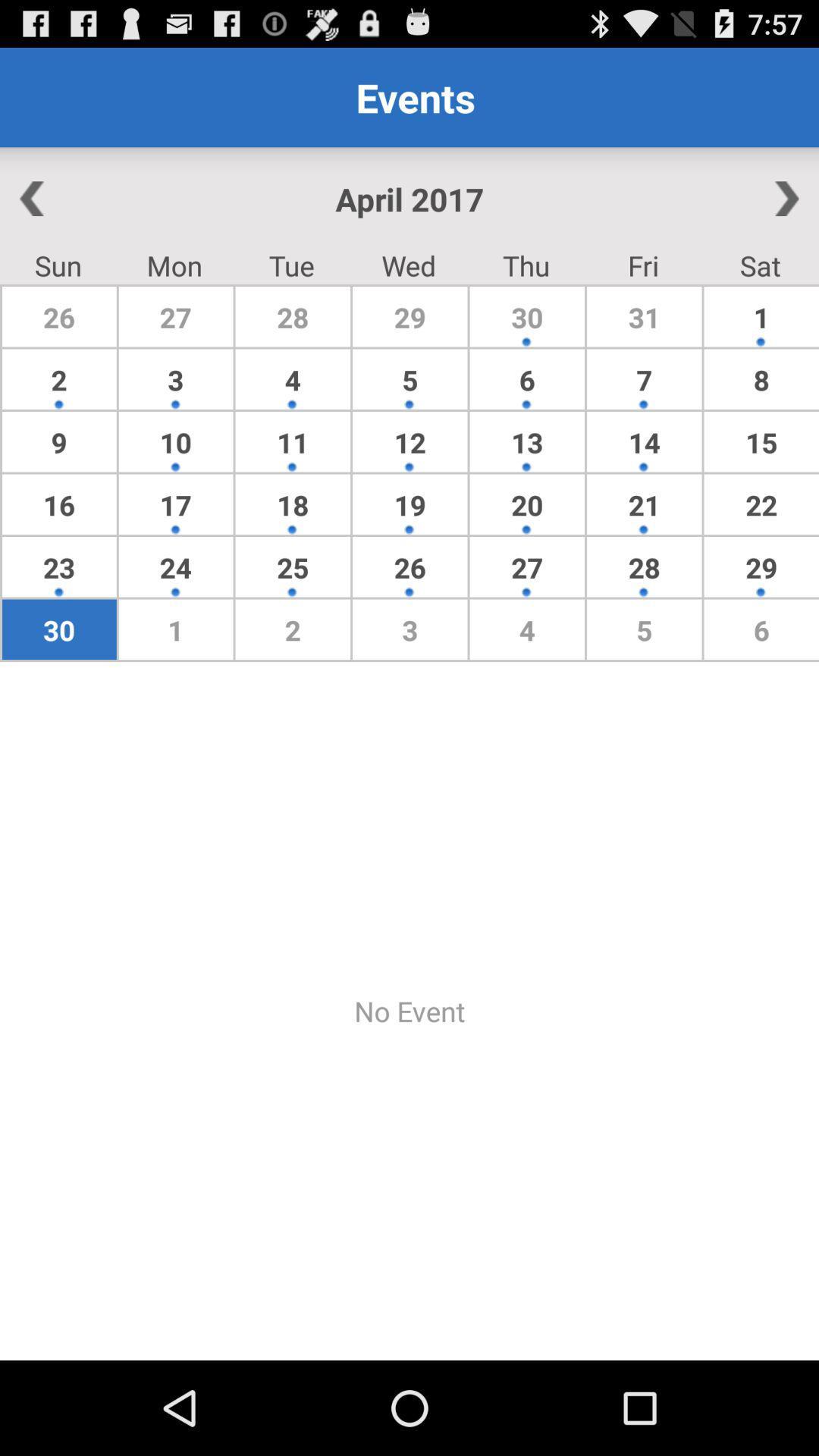  Describe the element at coordinates (175, 566) in the screenshot. I see `app above 30 icon` at that location.